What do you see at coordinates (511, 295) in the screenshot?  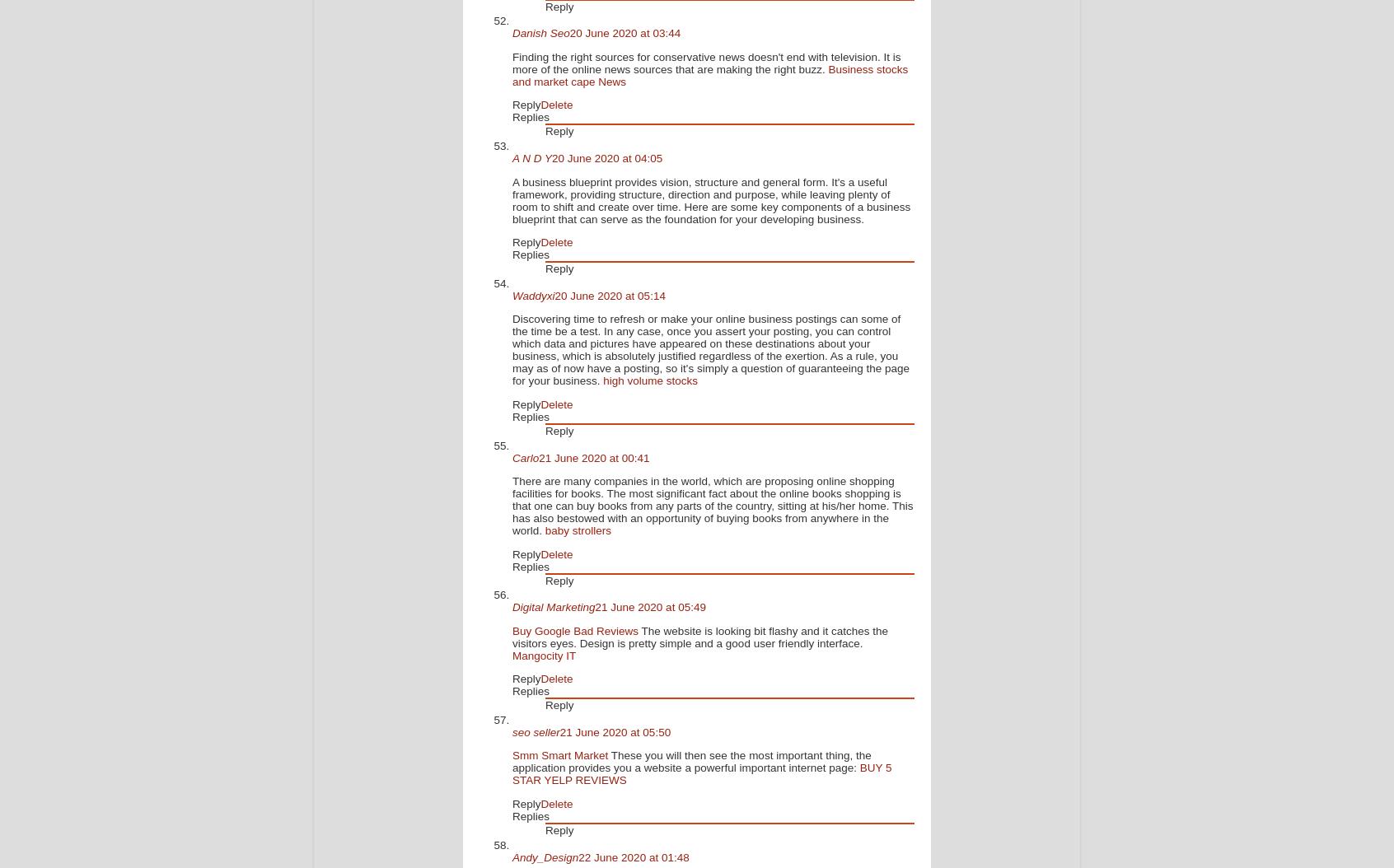 I see `'Waddyxi'` at bounding box center [511, 295].